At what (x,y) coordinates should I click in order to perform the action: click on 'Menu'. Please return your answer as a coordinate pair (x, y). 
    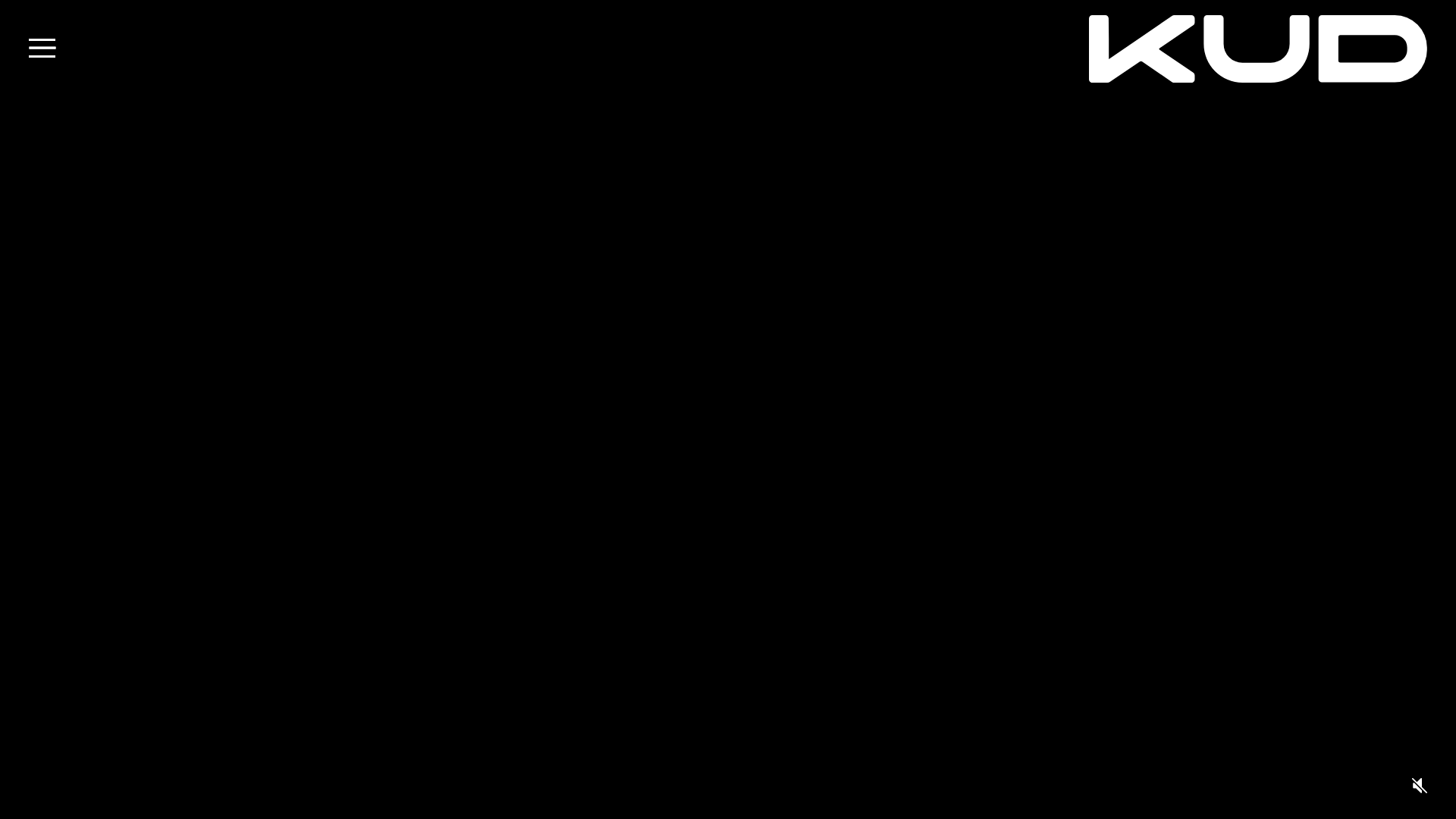
    Looking at the image, I should click on (42, 47).